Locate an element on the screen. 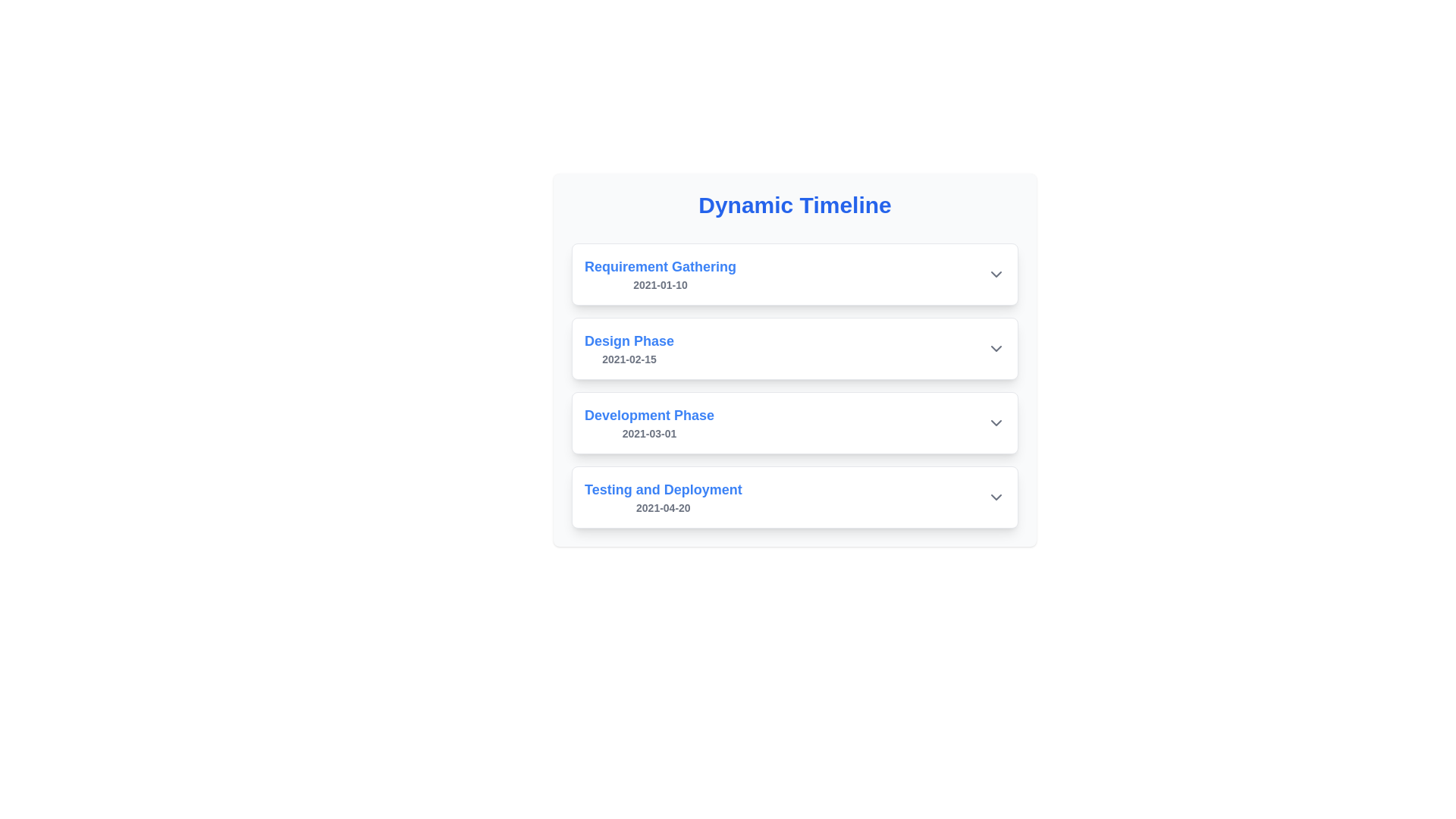 This screenshot has height=819, width=1456. the dropdown indicator icon, a small downward arrow located at the right end of the 'Design Phase' box is located at coordinates (996, 348).